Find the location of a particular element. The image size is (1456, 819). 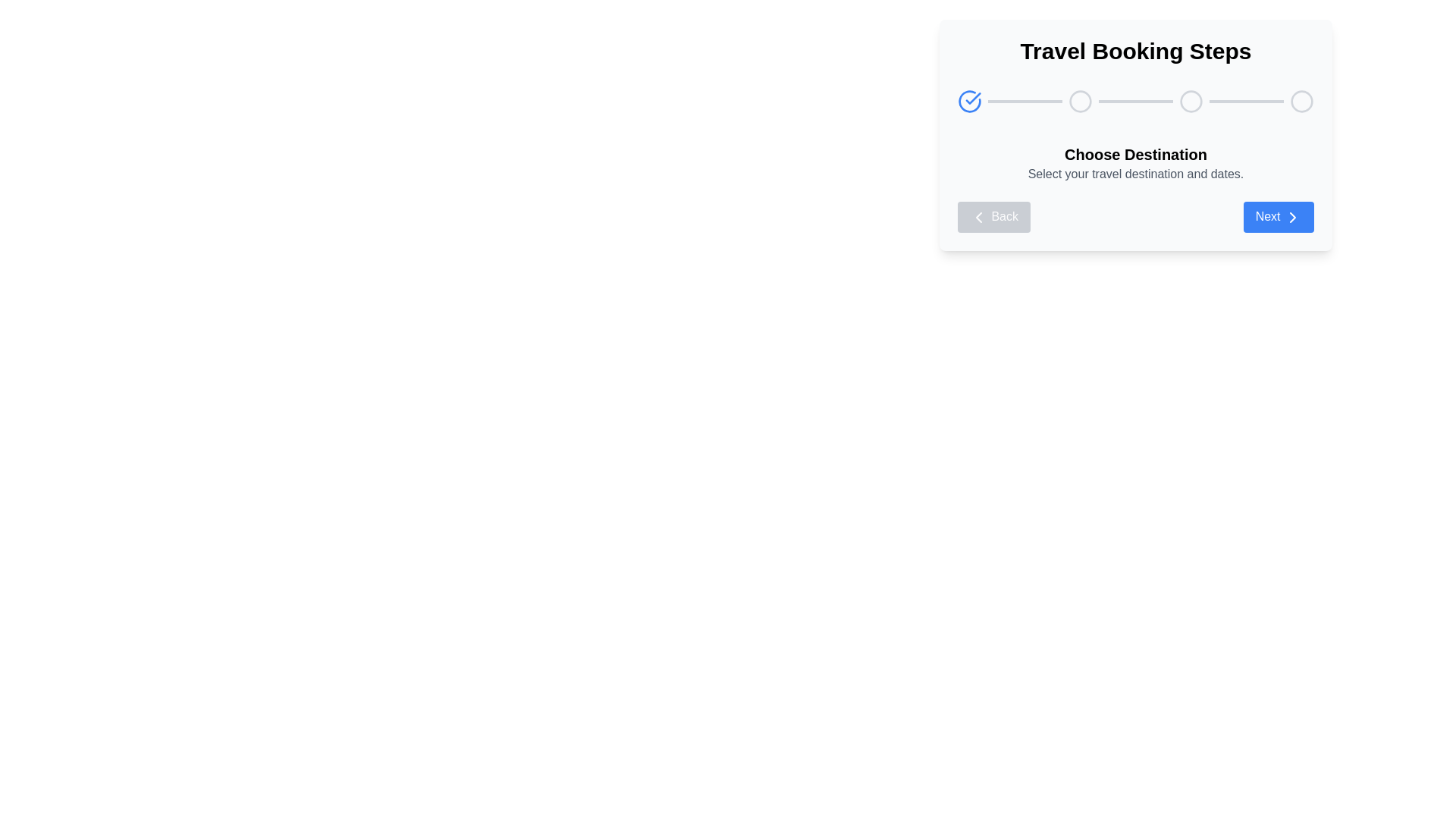

the second step indicator circle in the progress tracker of the 'Travel Booking Steps' section is located at coordinates (1080, 100).